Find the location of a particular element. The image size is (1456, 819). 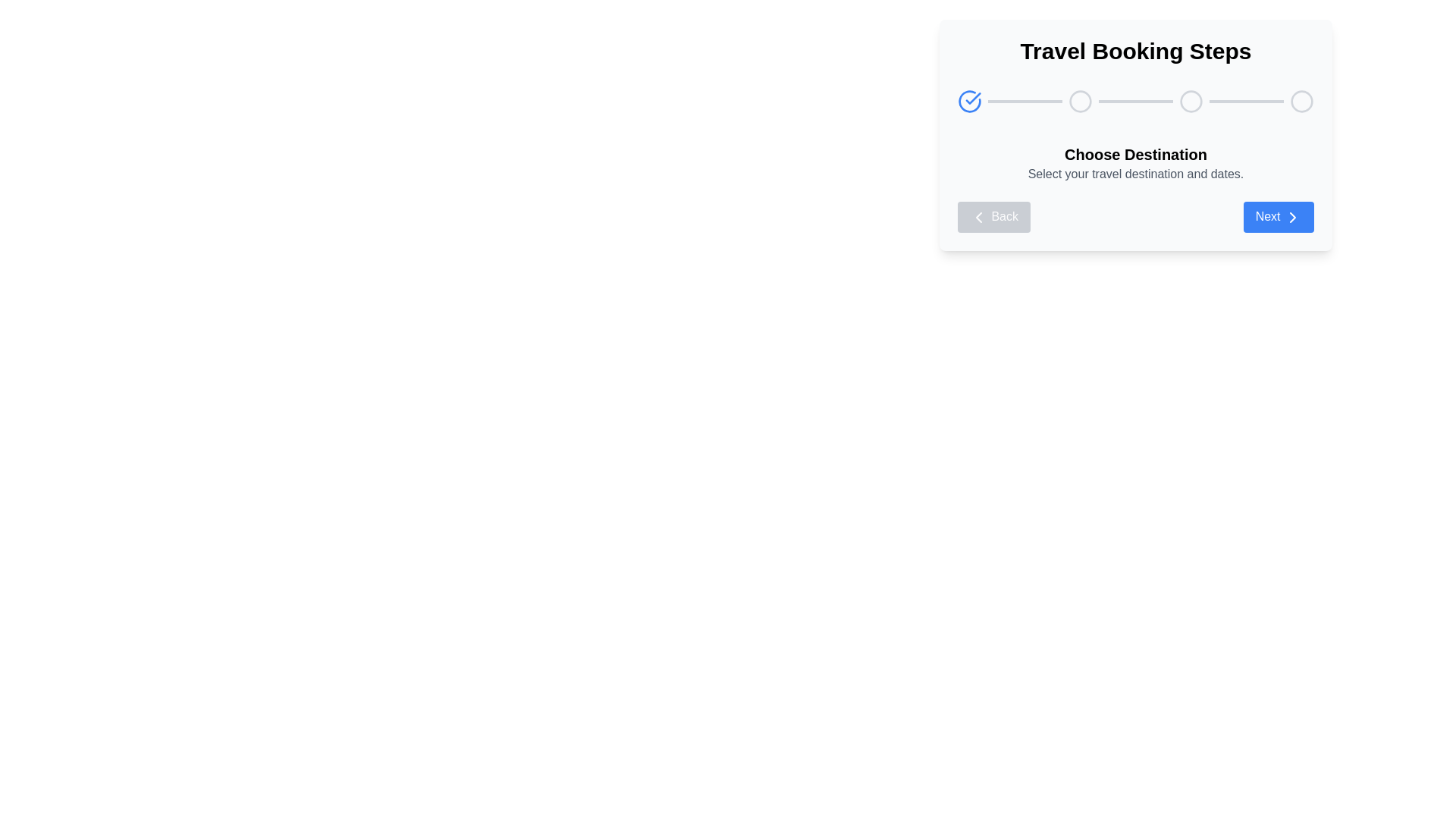

the second step indicator circle in the progress tracker of the 'Travel Booking Steps' section is located at coordinates (1080, 100).